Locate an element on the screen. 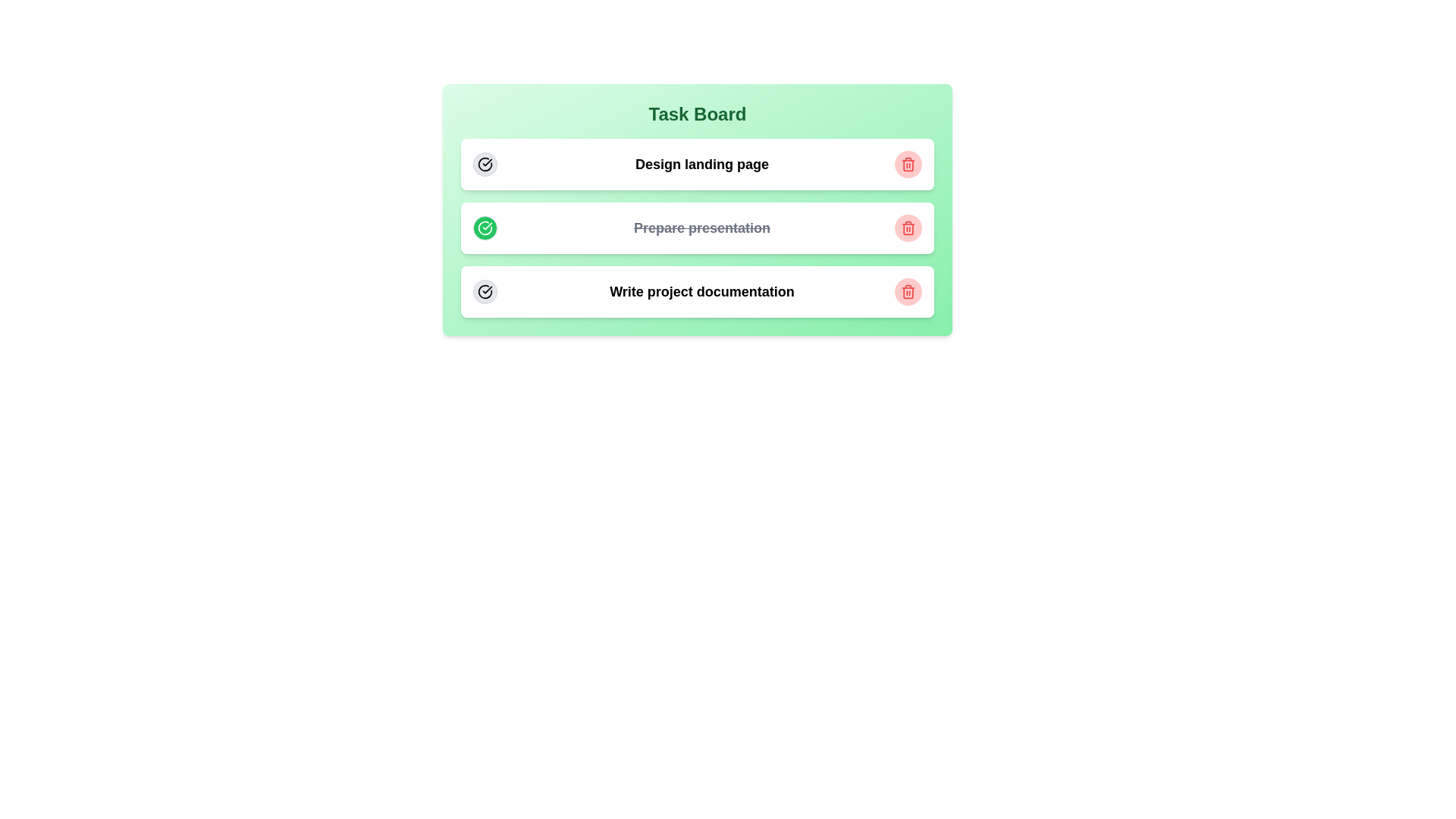 The image size is (1456, 819). completion button for the task titled 'Design landing page' is located at coordinates (484, 164).